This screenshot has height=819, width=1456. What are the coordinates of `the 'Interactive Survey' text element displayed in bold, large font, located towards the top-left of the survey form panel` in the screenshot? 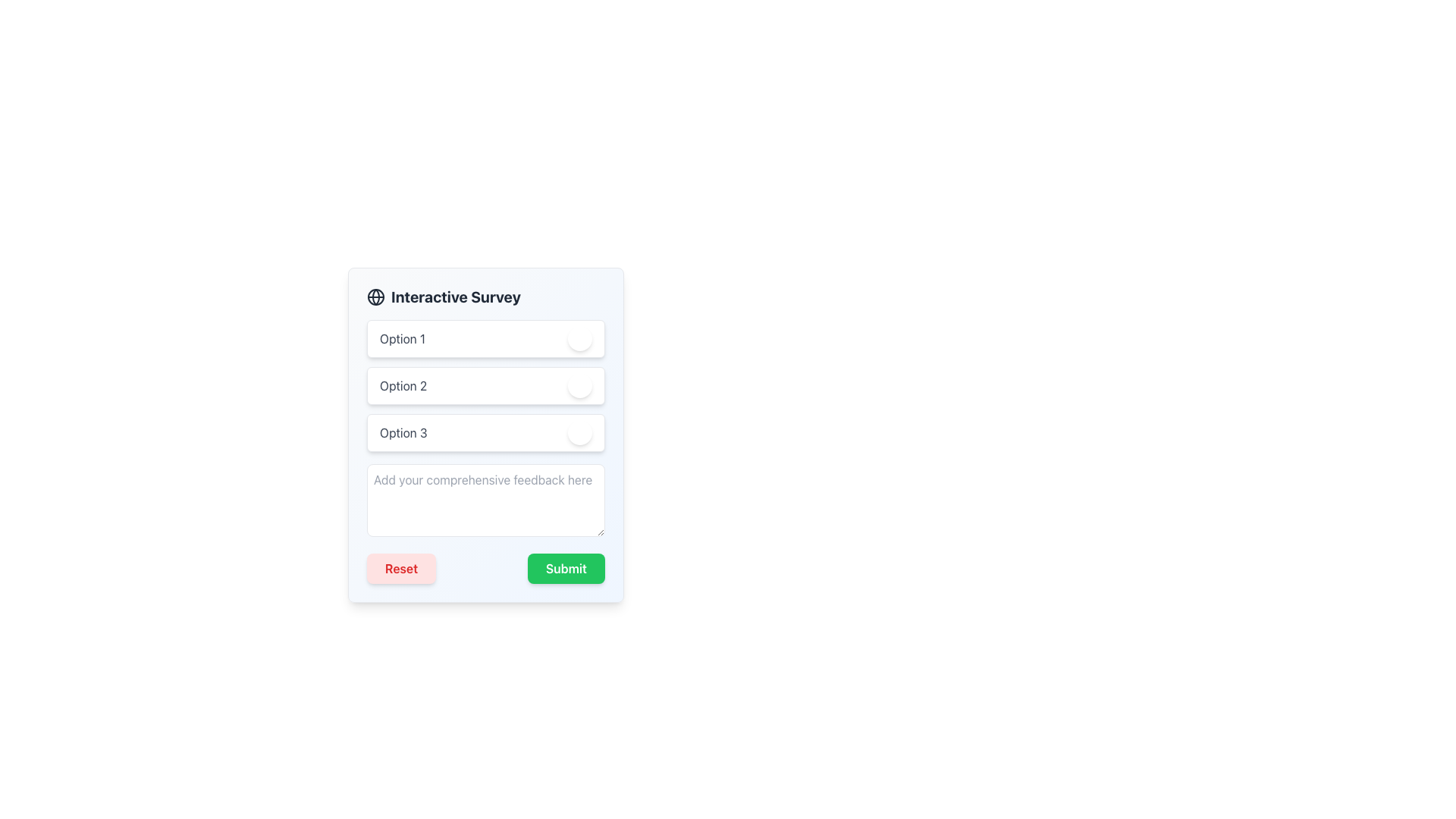 It's located at (455, 297).